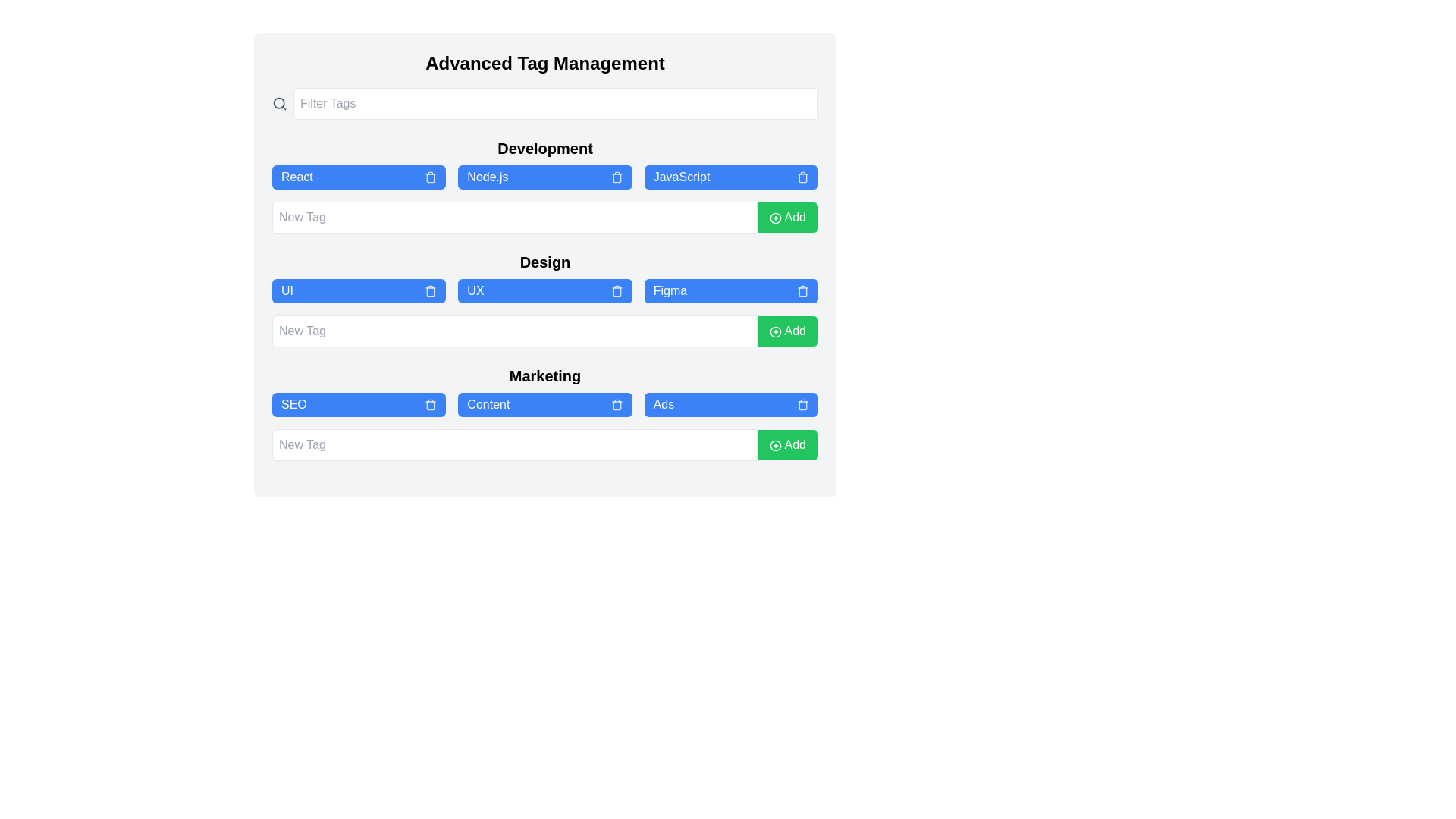 This screenshot has height=819, width=1456. Describe the element at coordinates (787, 444) in the screenshot. I see `the button used to add a new tag in the 'Marketing' category` at that location.